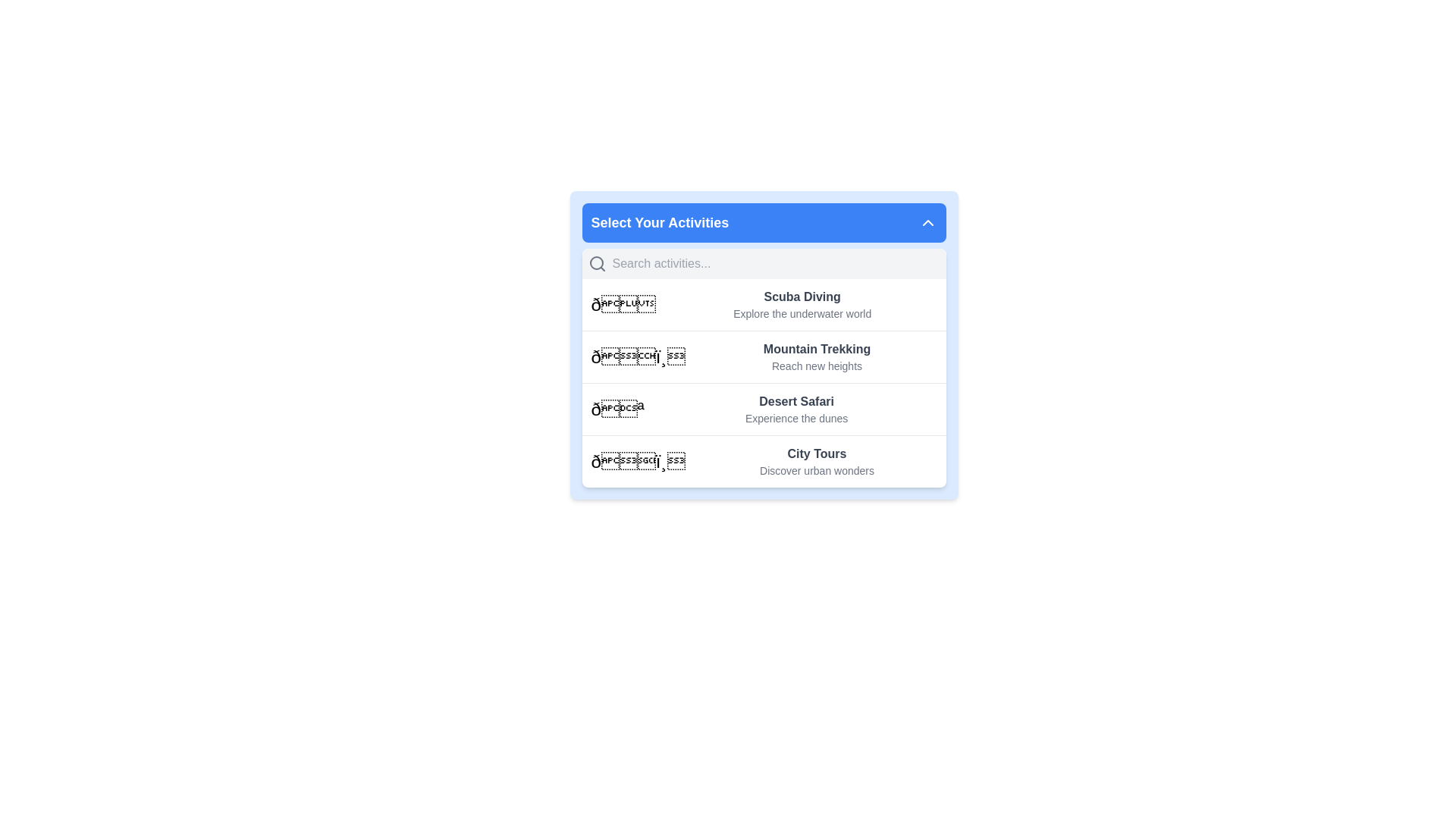 This screenshot has height=819, width=1456. What do you see at coordinates (764, 460) in the screenshot?
I see `the fourth list item titled 'City Tours' with the subtitle 'Discover urban wonders' in the menu` at bounding box center [764, 460].